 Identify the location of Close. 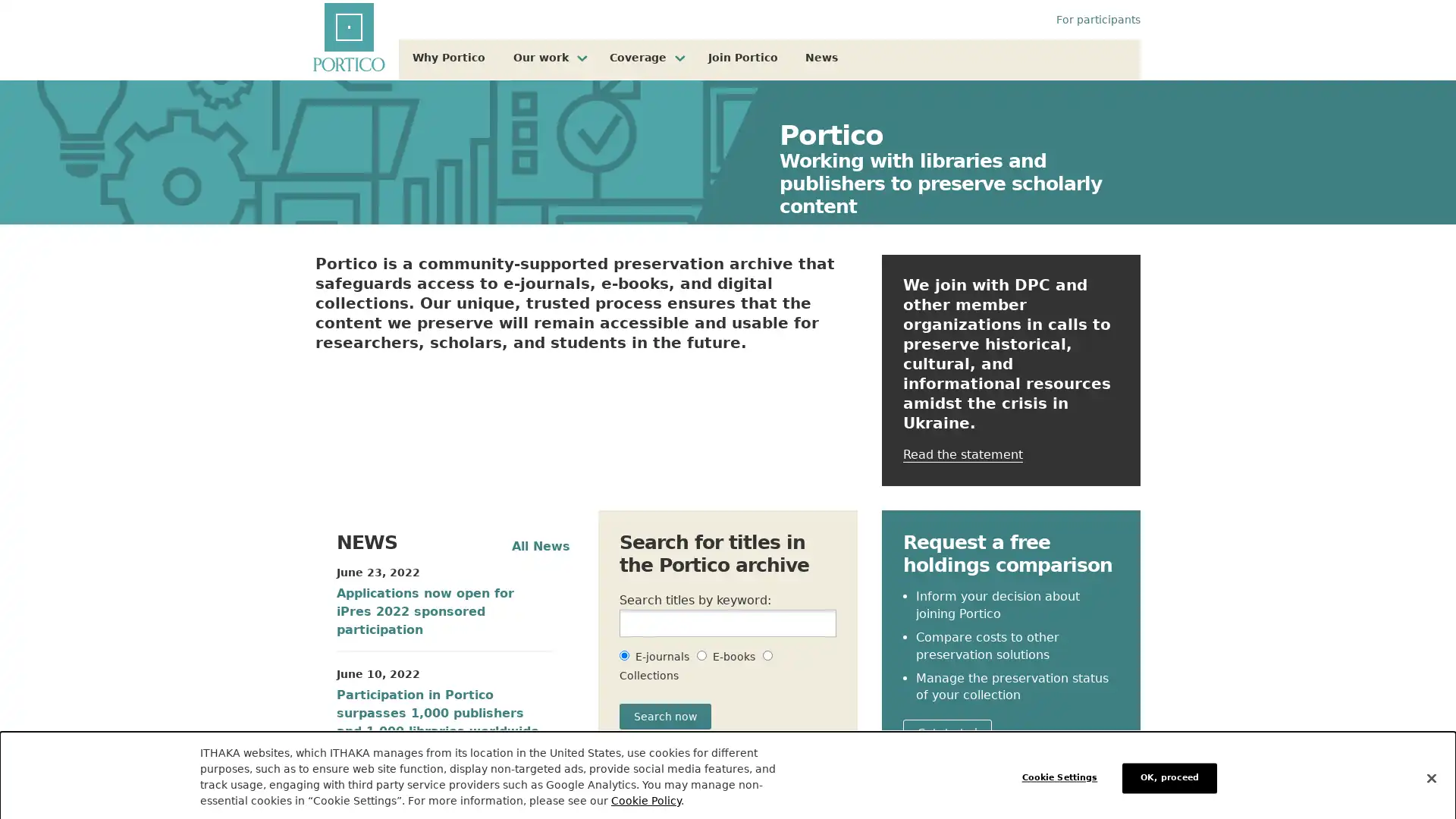
(1430, 770).